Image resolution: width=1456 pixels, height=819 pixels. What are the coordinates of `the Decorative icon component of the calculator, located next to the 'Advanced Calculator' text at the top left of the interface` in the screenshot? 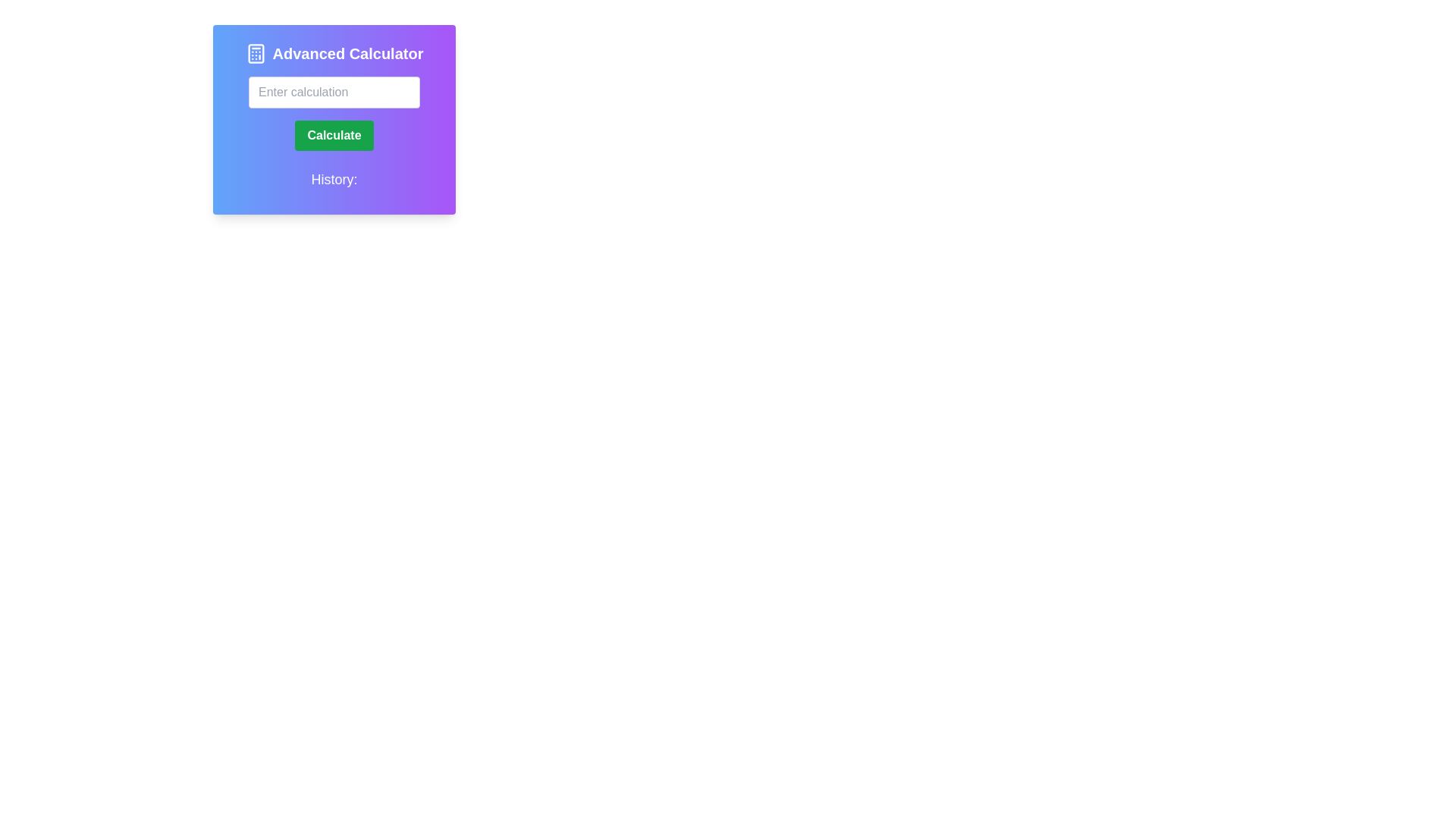 It's located at (256, 52).